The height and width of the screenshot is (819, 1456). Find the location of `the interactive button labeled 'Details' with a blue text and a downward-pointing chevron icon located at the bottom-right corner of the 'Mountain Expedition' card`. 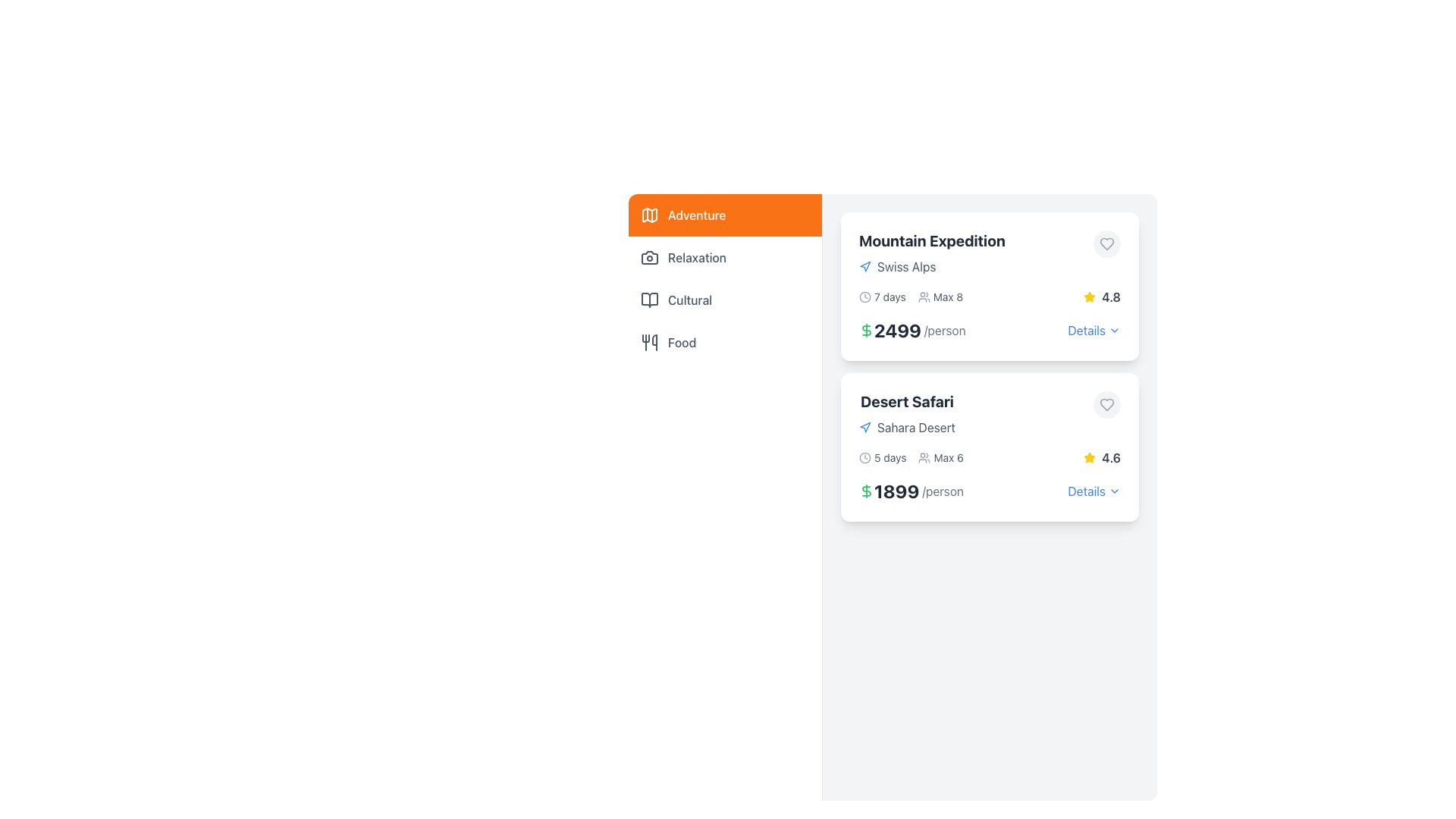

the interactive button labeled 'Details' with a blue text and a downward-pointing chevron icon located at the bottom-right corner of the 'Mountain Expedition' card is located at coordinates (1094, 329).